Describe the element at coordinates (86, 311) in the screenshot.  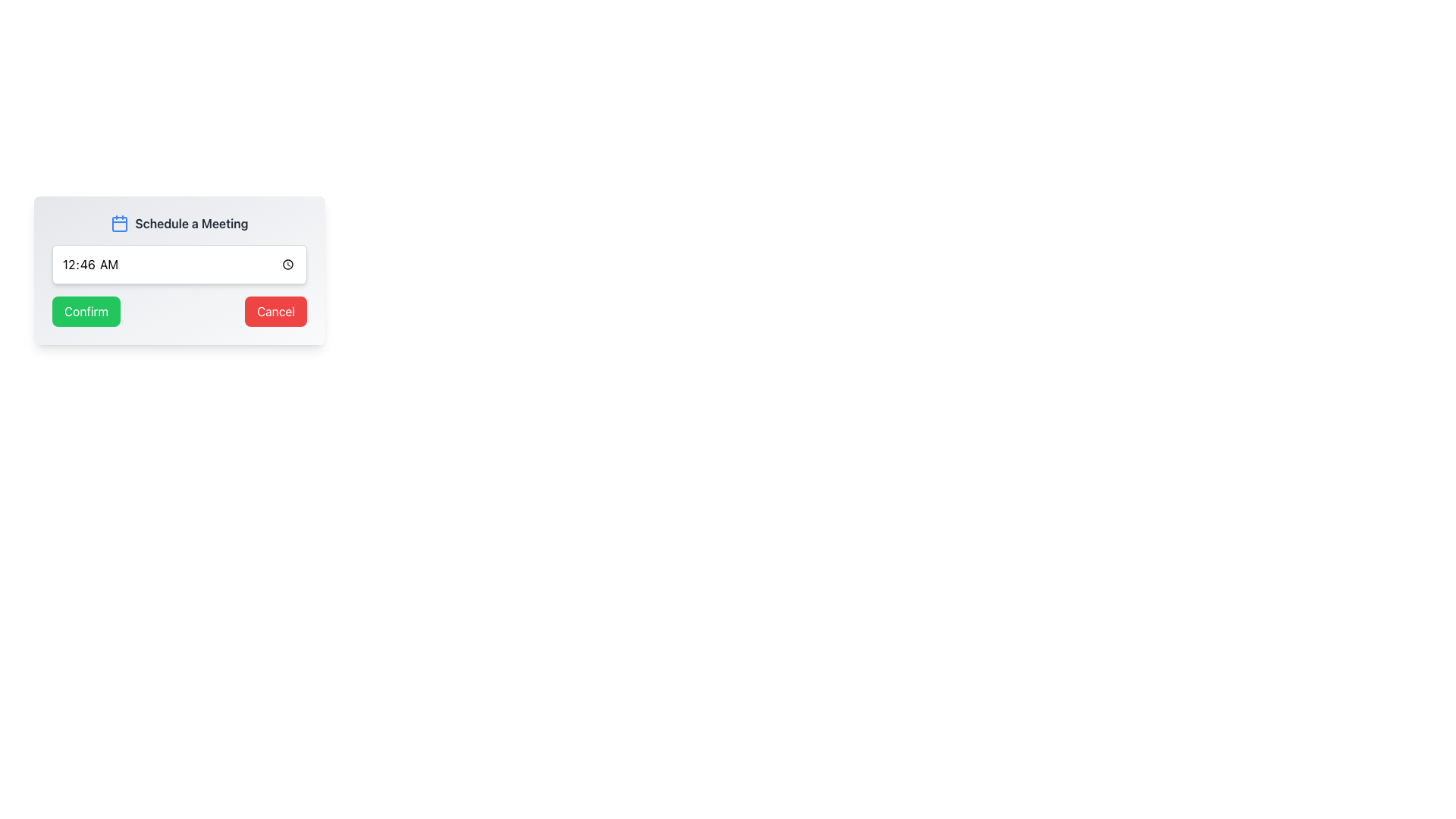
I see `the rectangular 'Confirm' button with a green background and white text` at that location.